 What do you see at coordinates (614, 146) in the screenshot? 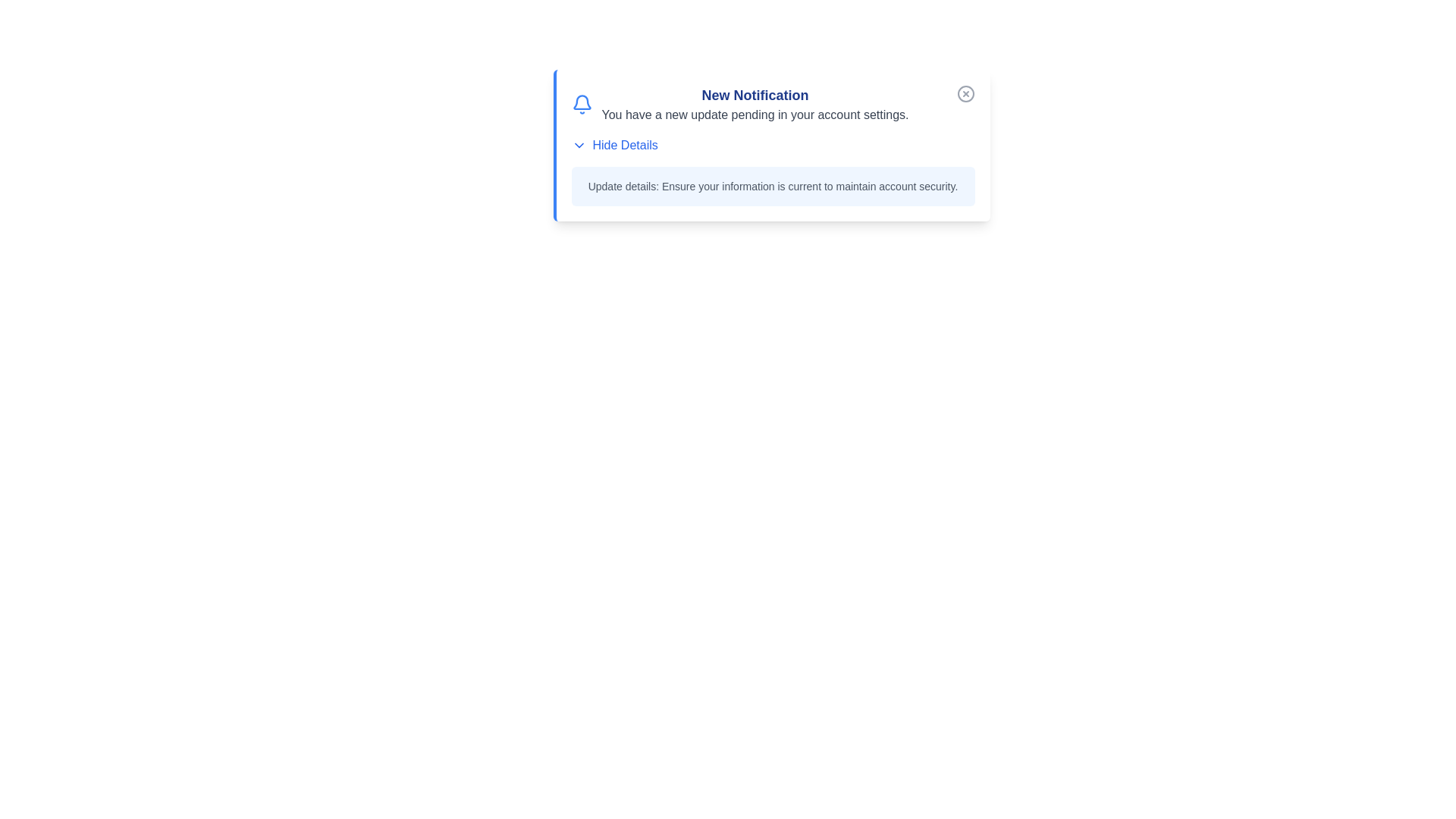
I see `the 'Hide Details' hyperlink-like interactive text with a downward-pointing chevron icon` at bounding box center [614, 146].